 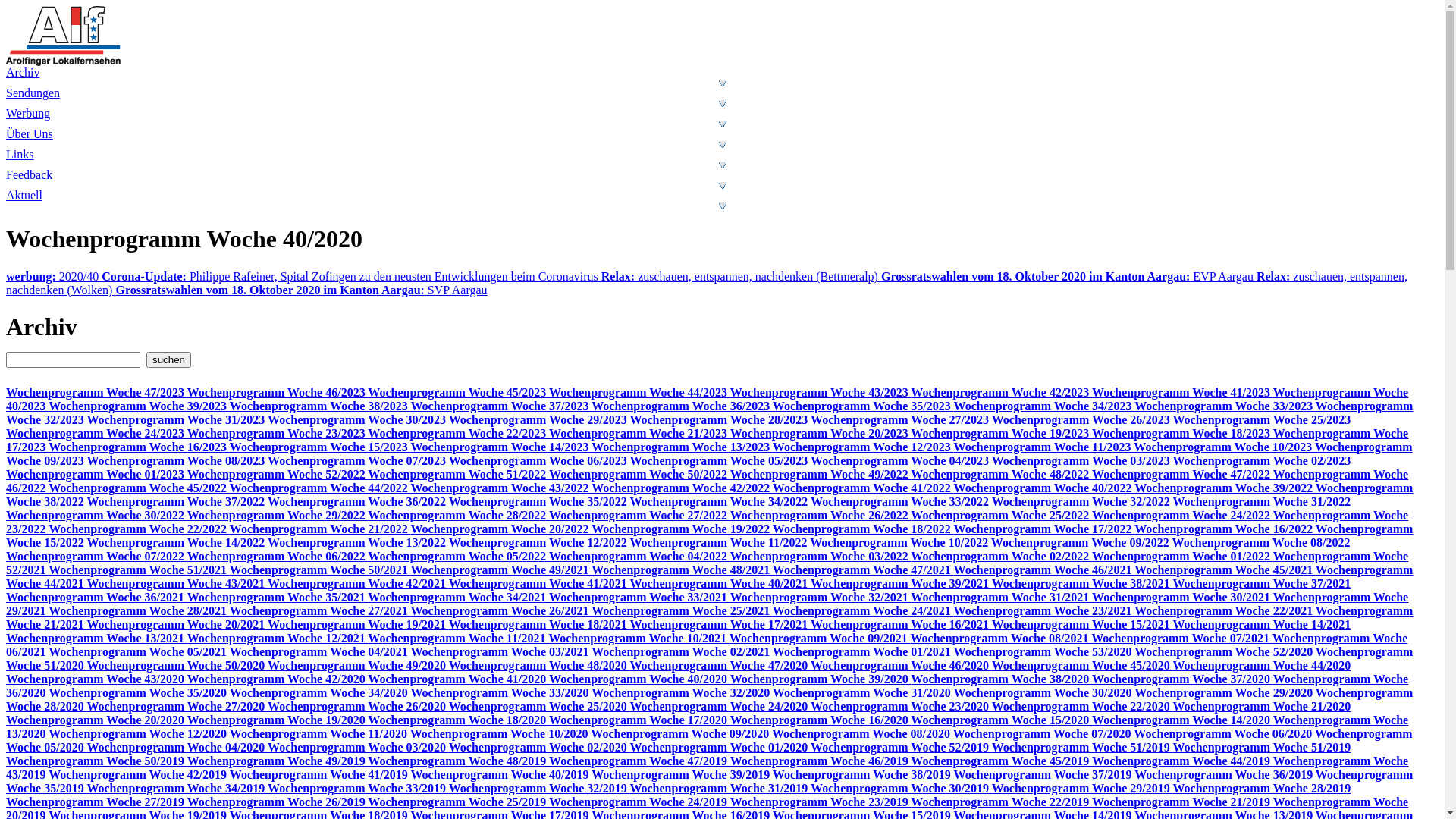 I want to click on 'Wochenprogramm Woche 33/2023', so click(x=1225, y=405).